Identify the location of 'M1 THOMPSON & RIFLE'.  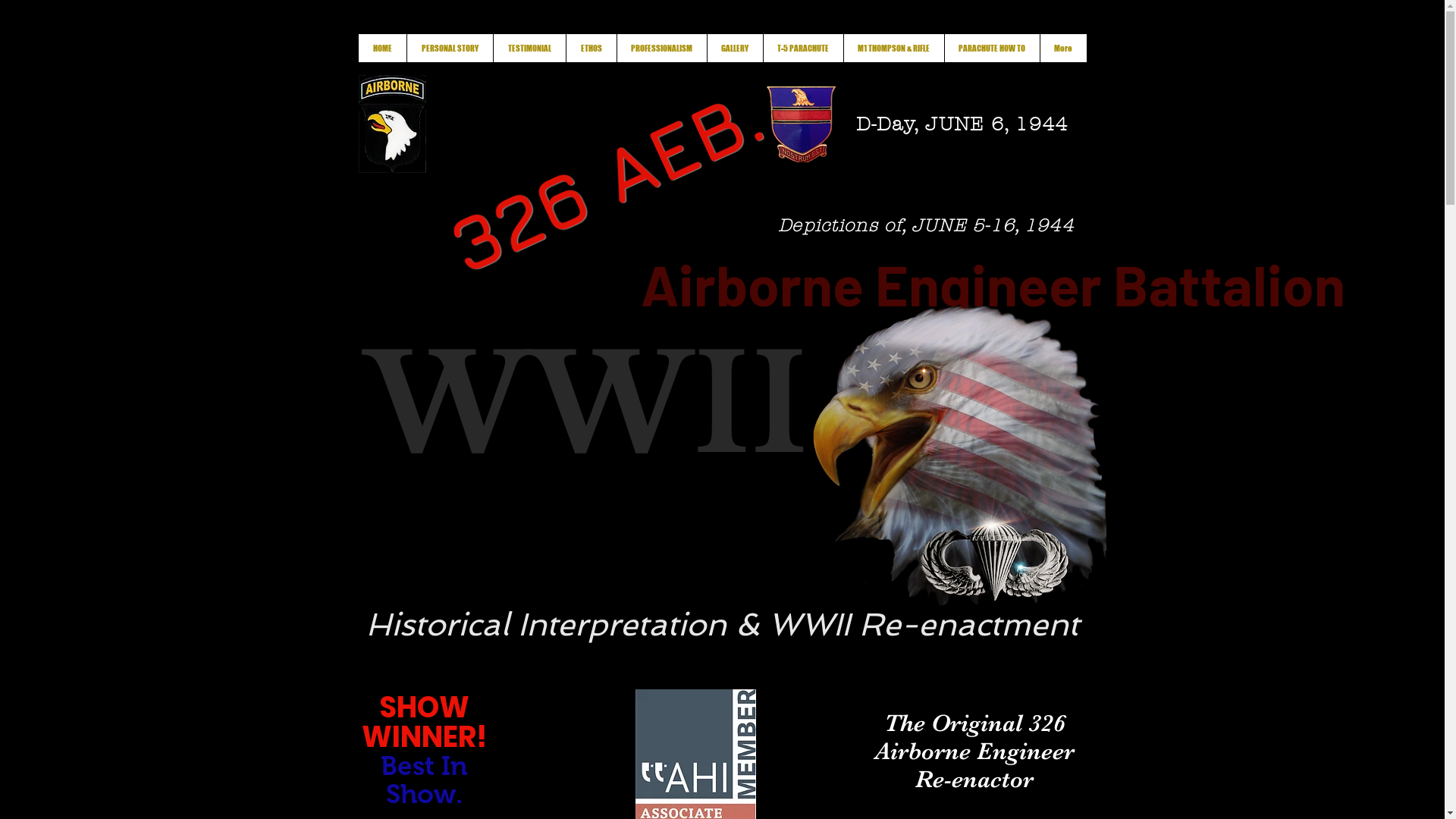
(893, 47).